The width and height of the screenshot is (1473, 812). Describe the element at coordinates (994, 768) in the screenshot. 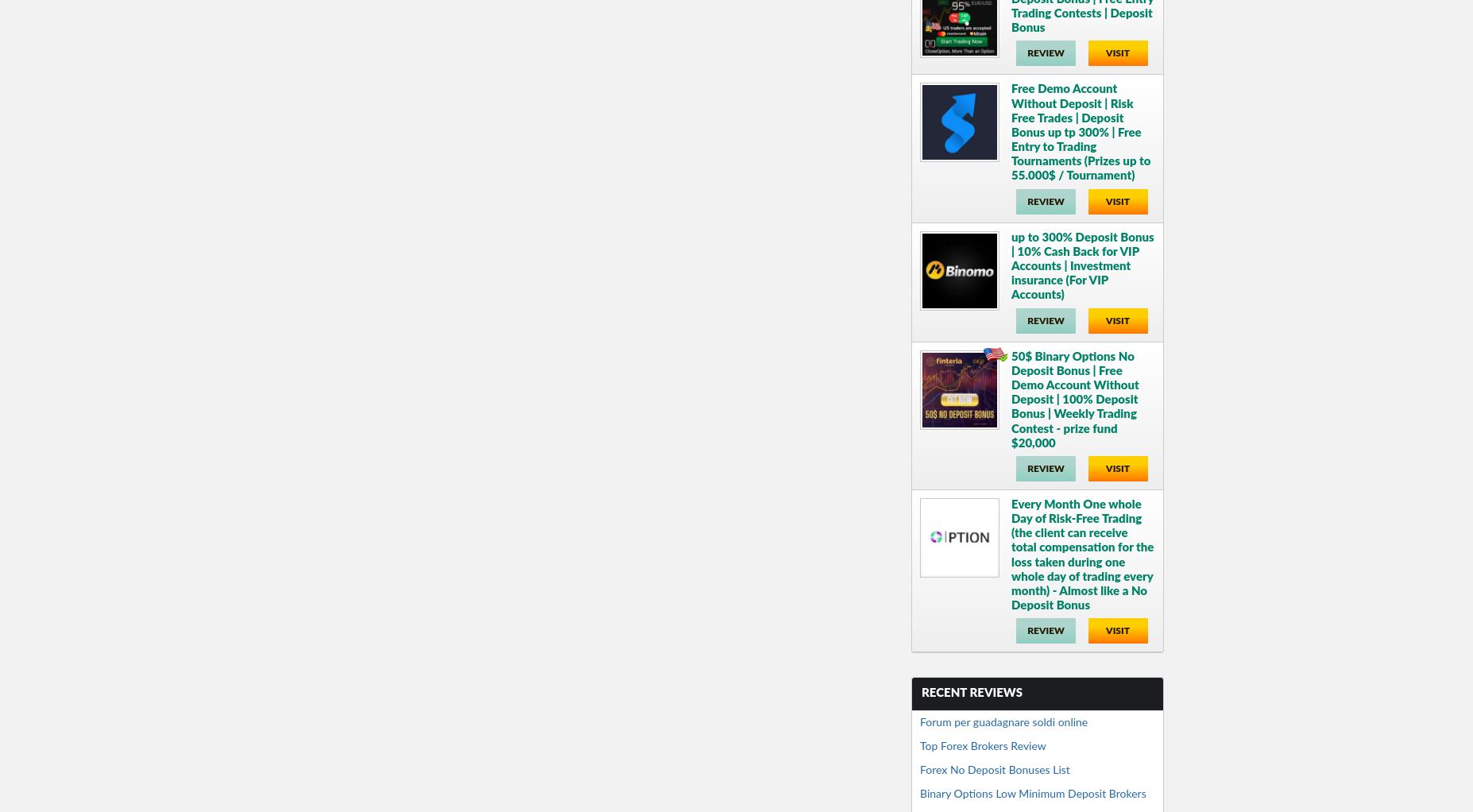

I see `'Forex No Deposit Bonuses List'` at that location.